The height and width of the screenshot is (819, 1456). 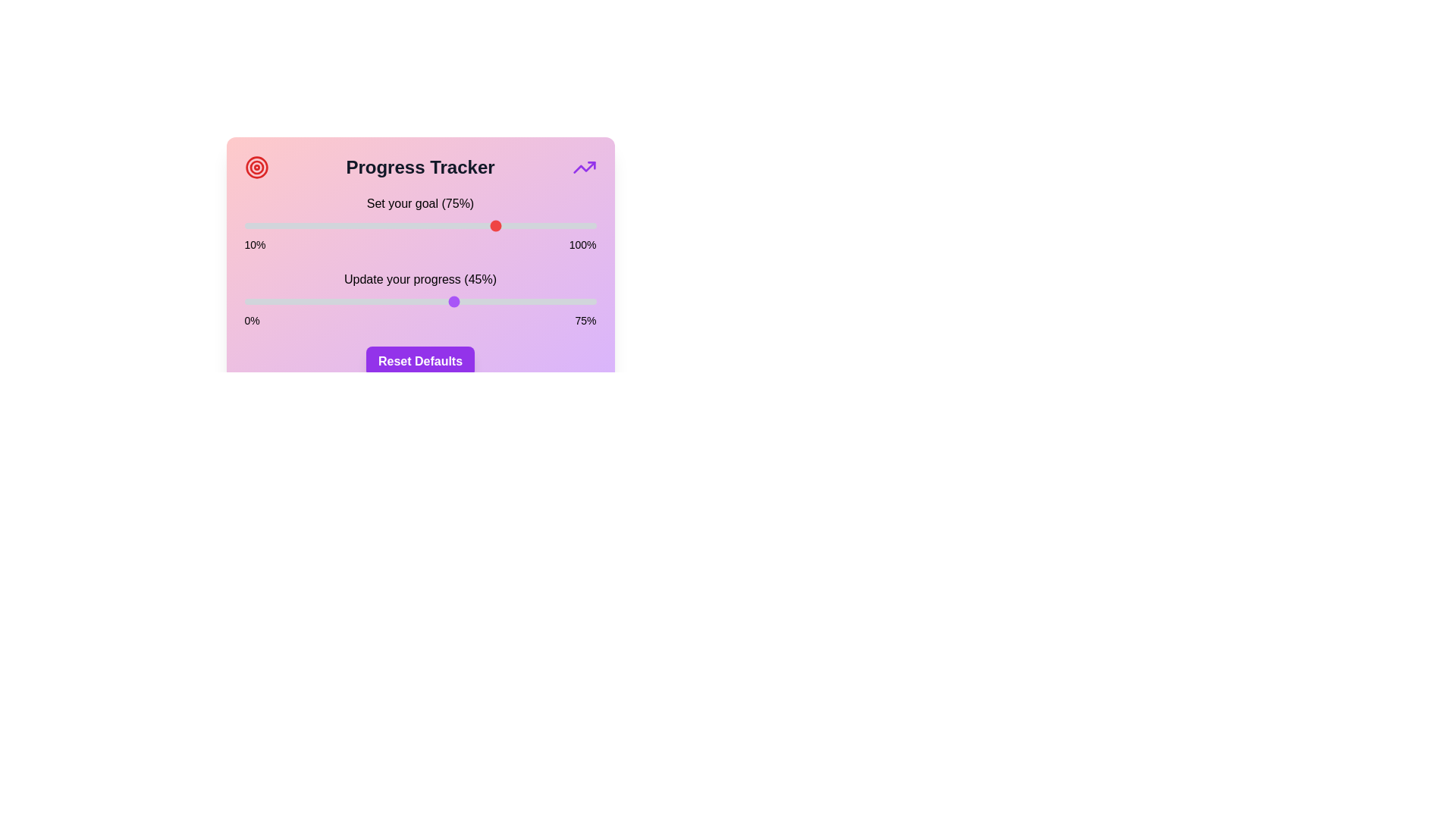 What do you see at coordinates (564, 225) in the screenshot?
I see `the 'Set your goal' slider to 92%` at bounding box center [564, 225].